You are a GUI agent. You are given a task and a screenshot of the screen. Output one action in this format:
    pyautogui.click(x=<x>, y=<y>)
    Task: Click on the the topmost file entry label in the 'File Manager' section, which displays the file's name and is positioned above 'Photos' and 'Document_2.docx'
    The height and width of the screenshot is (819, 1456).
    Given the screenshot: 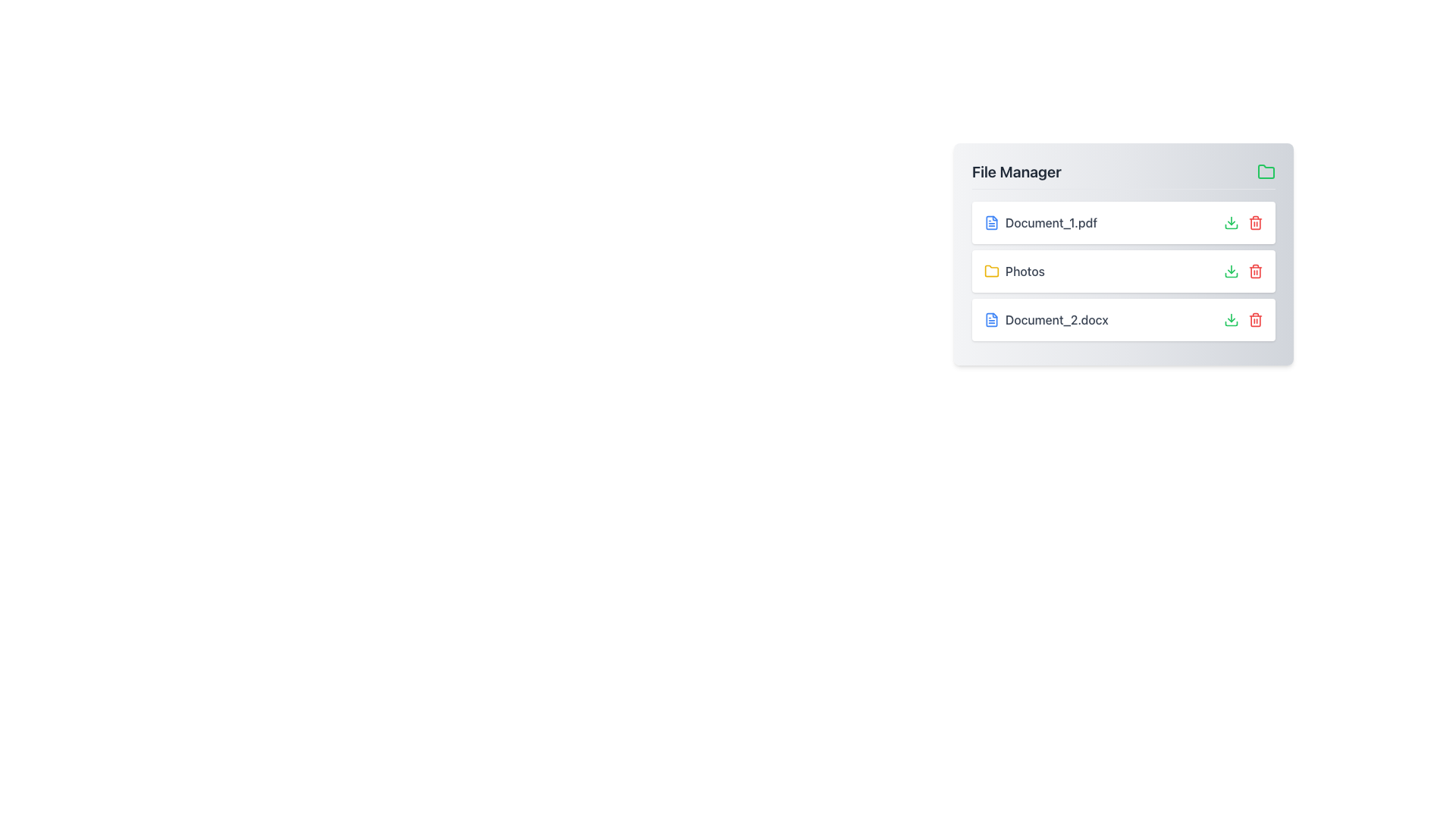 What is the action you would take?
    pyautogui.click(x=1040, y=222)
    